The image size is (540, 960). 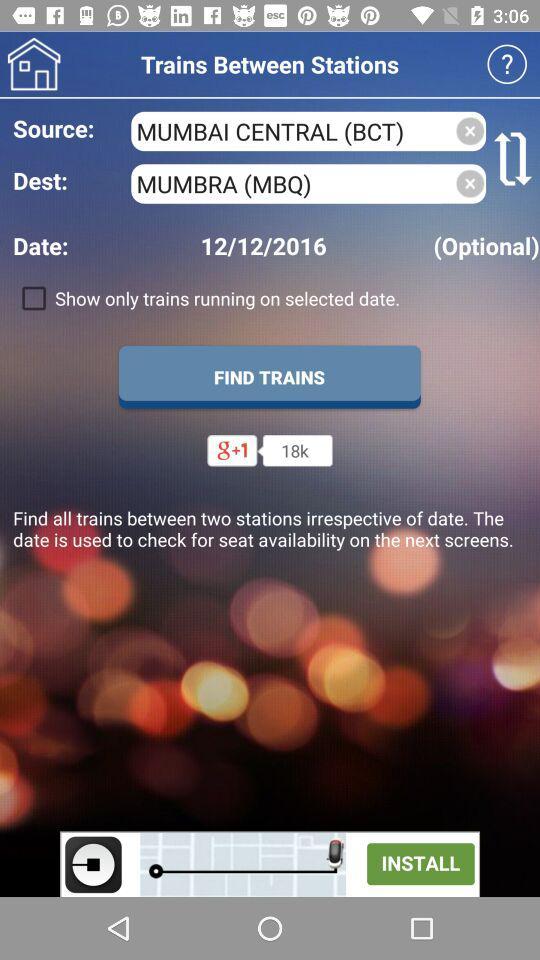 What do you see at coordinates (470, 130) in the screenshot?
I see `the close icon` at bounding box center [470, 130].